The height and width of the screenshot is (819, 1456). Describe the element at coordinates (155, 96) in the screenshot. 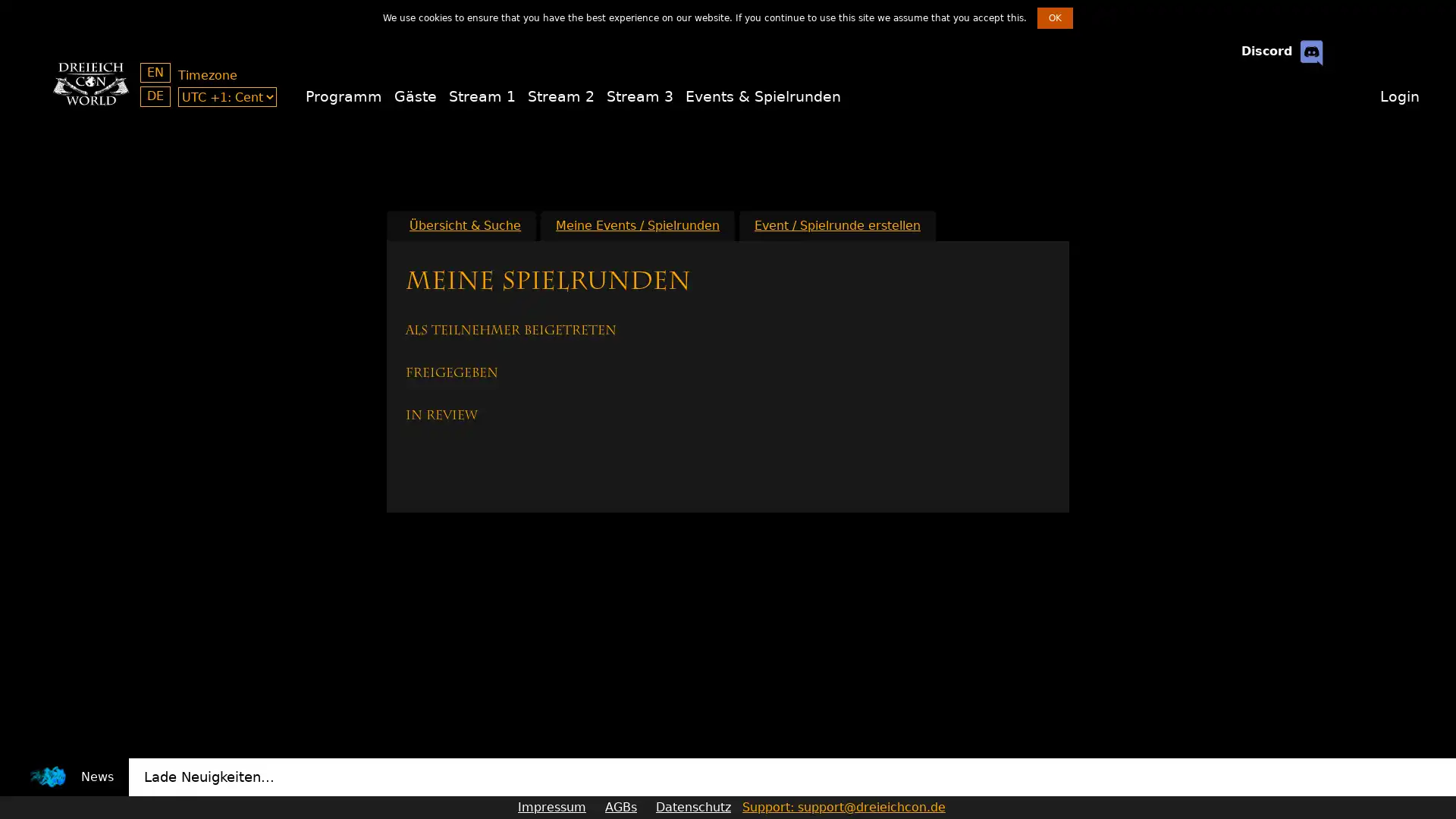

I see `DE` at that location.